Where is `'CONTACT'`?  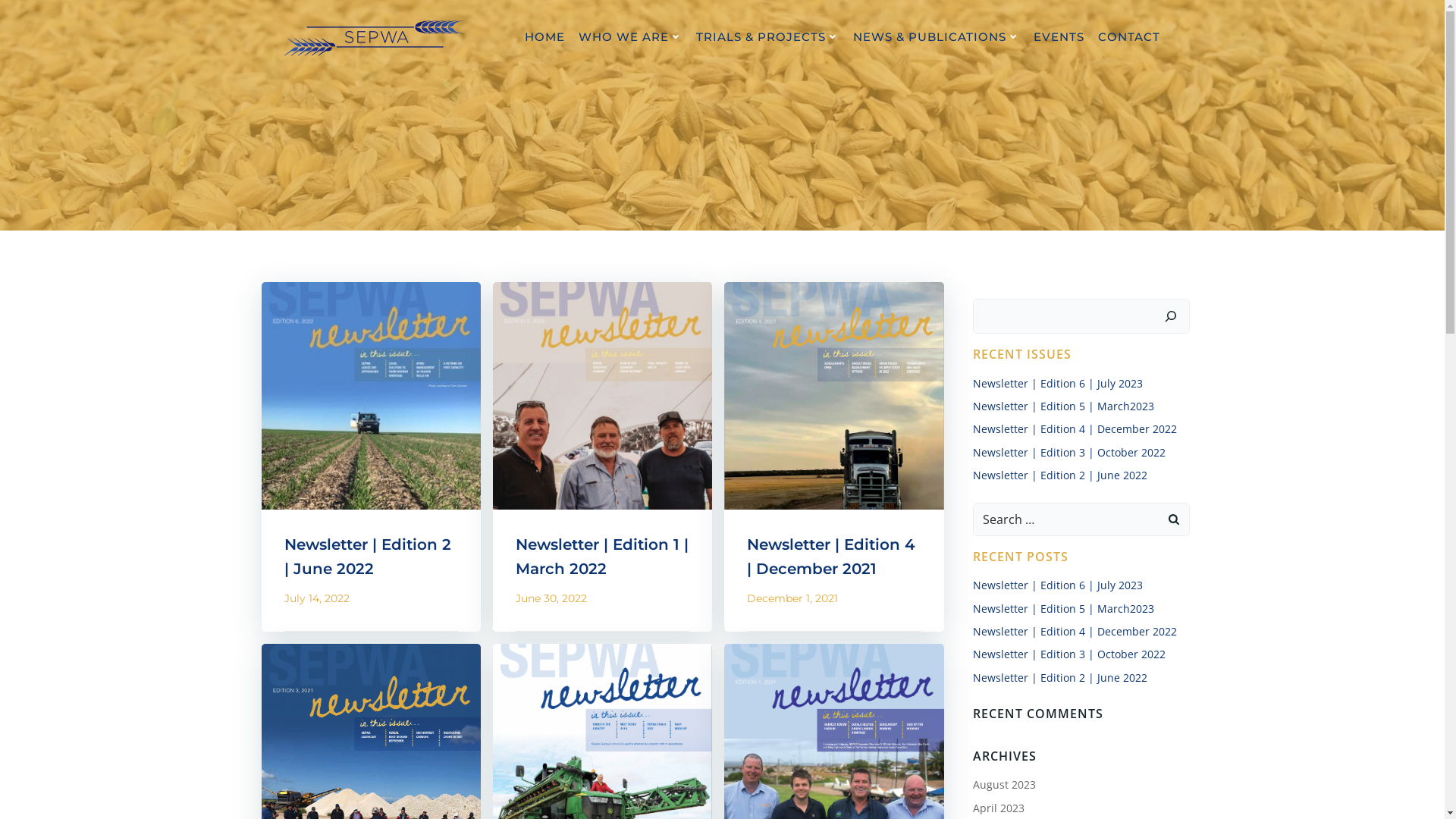
'CONTACT' is located at coordinates (1128, 36).